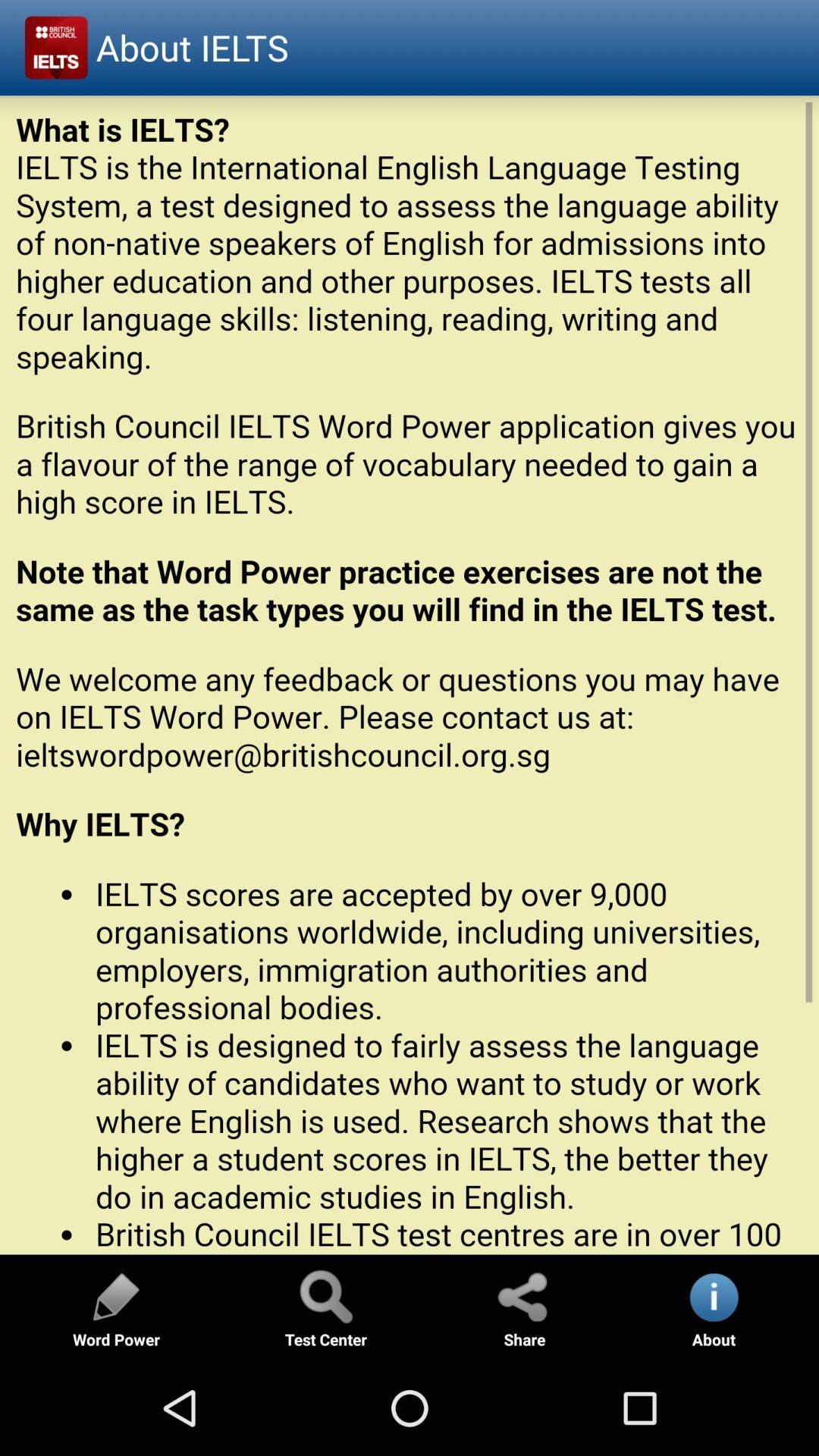 The width and height of the screenshot is (819, 1456). Describe the element at coordinates (325, 1295) in the screenshot. I see `search for help` at that location.